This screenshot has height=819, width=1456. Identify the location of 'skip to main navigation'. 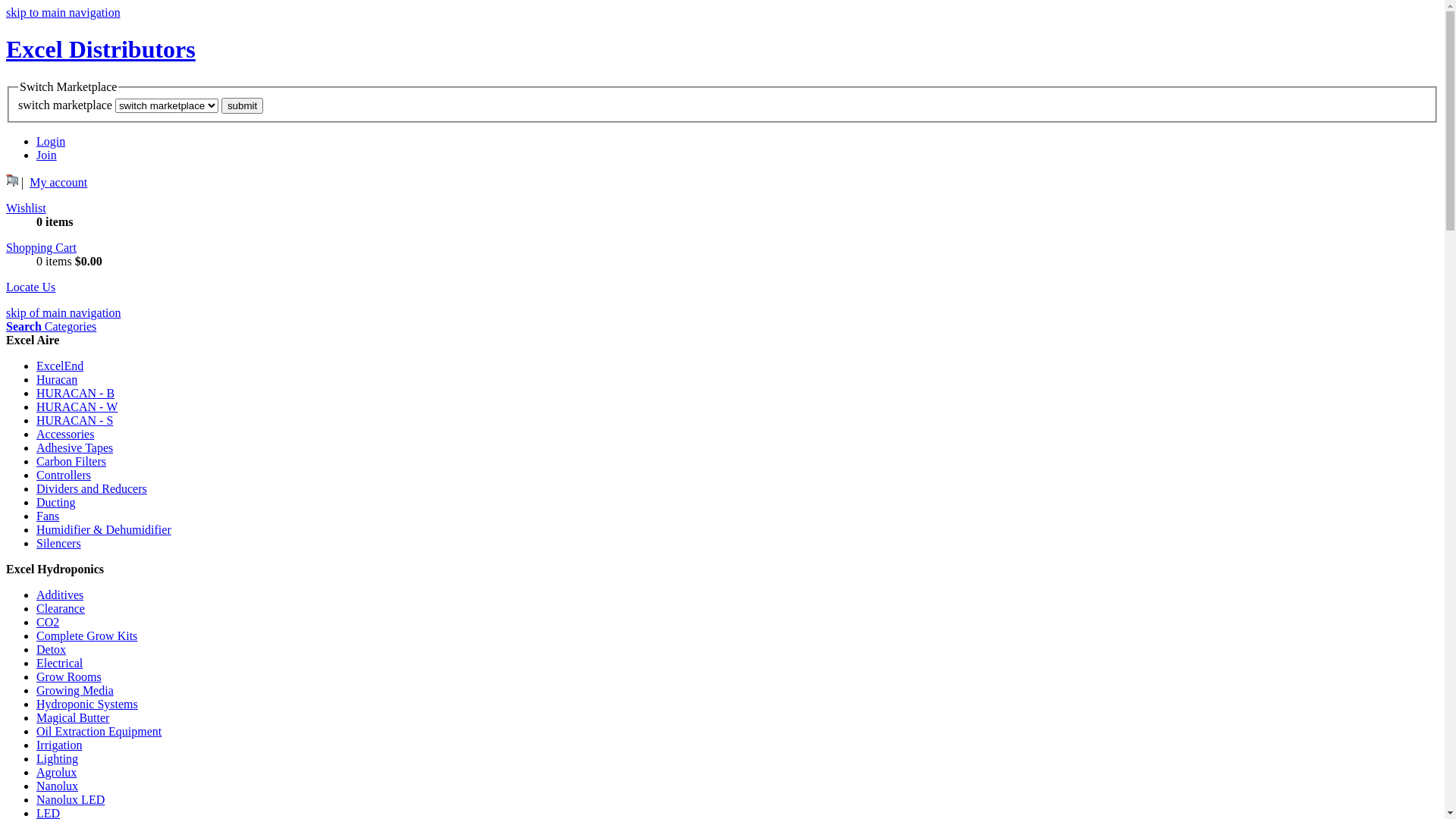
(62, 12).